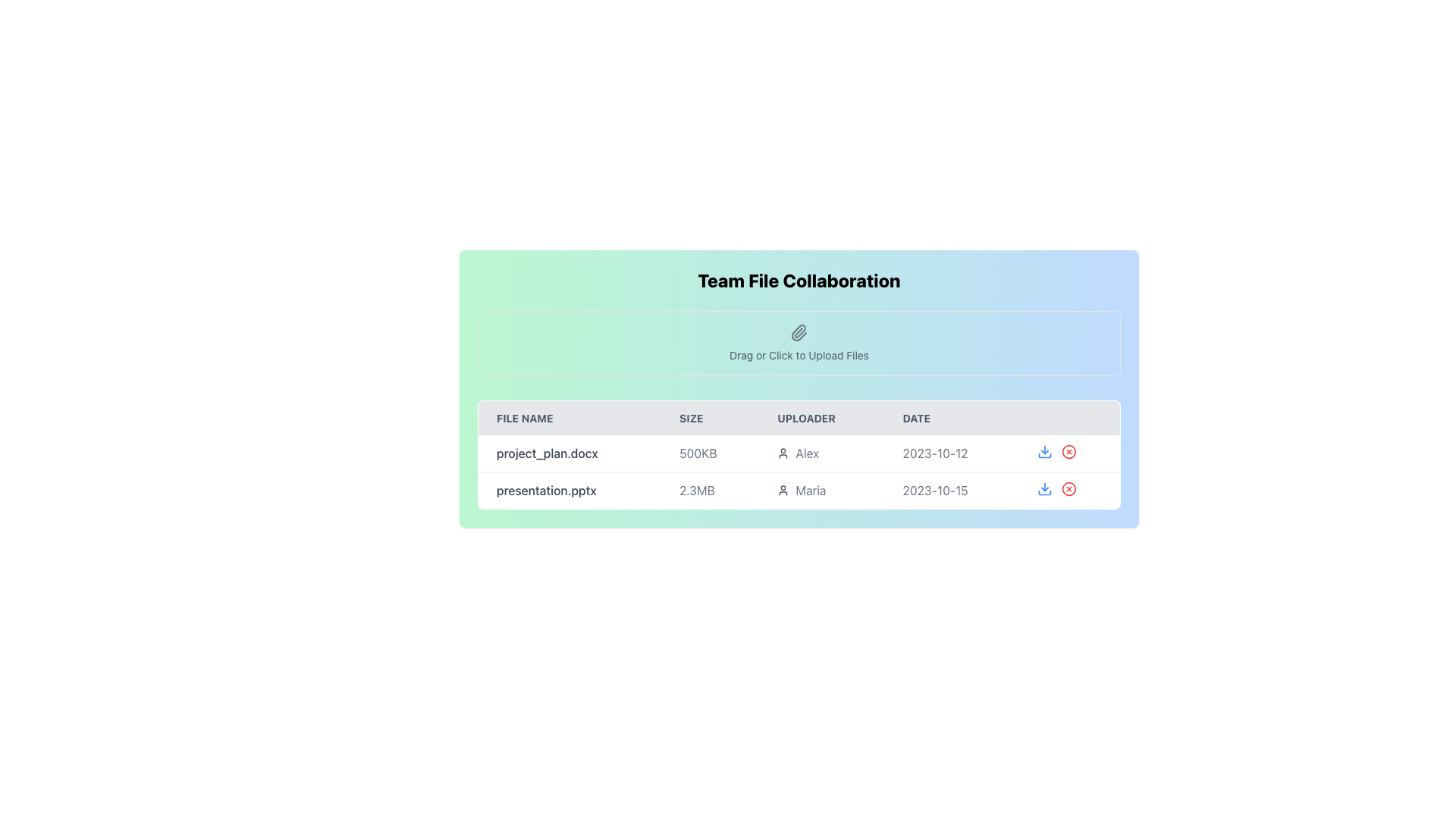 This screenshot has height=819, width=1456. I want to click on the paperclip icon in the 'Drag or Click to Upload Files' section, which is styled with a gray color scheme and rounded edges, so click(799, 332).